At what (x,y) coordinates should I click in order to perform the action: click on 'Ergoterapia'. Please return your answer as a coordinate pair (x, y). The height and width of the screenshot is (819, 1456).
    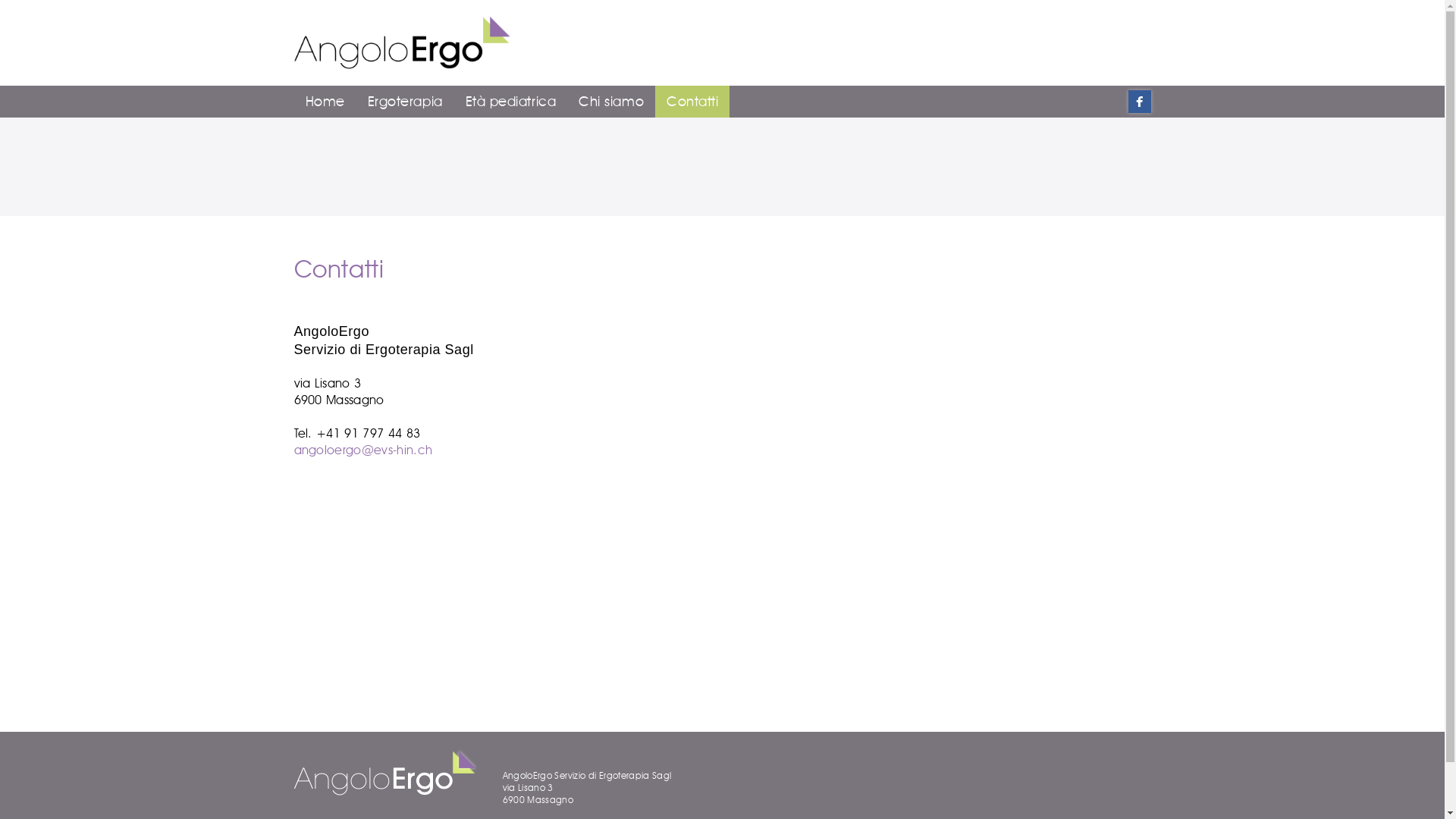
    Looking at the image, I should click on (405, 102).